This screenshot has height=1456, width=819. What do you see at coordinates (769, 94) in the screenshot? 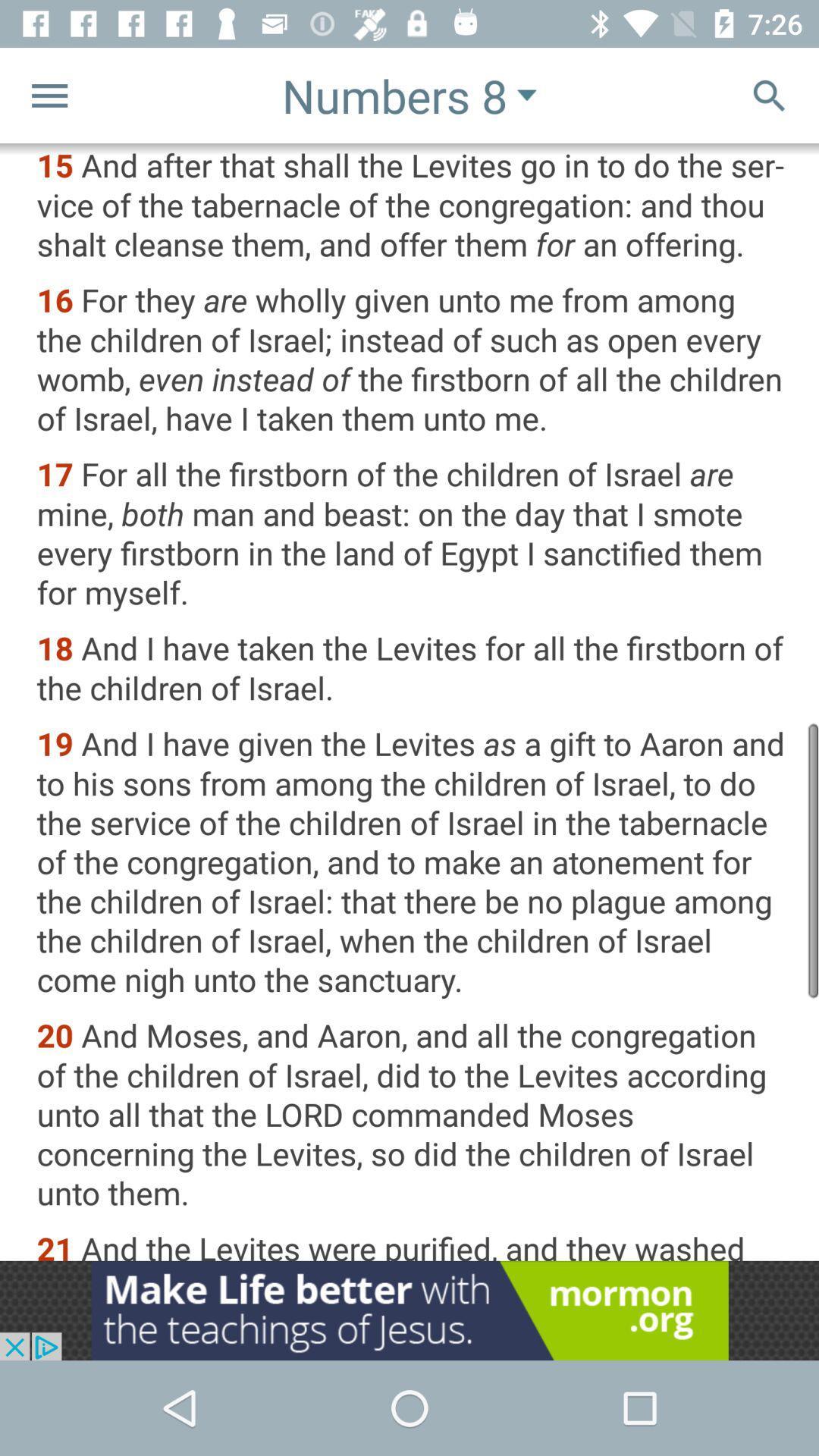
I see `the search icon` at bounding box center [769, 94].